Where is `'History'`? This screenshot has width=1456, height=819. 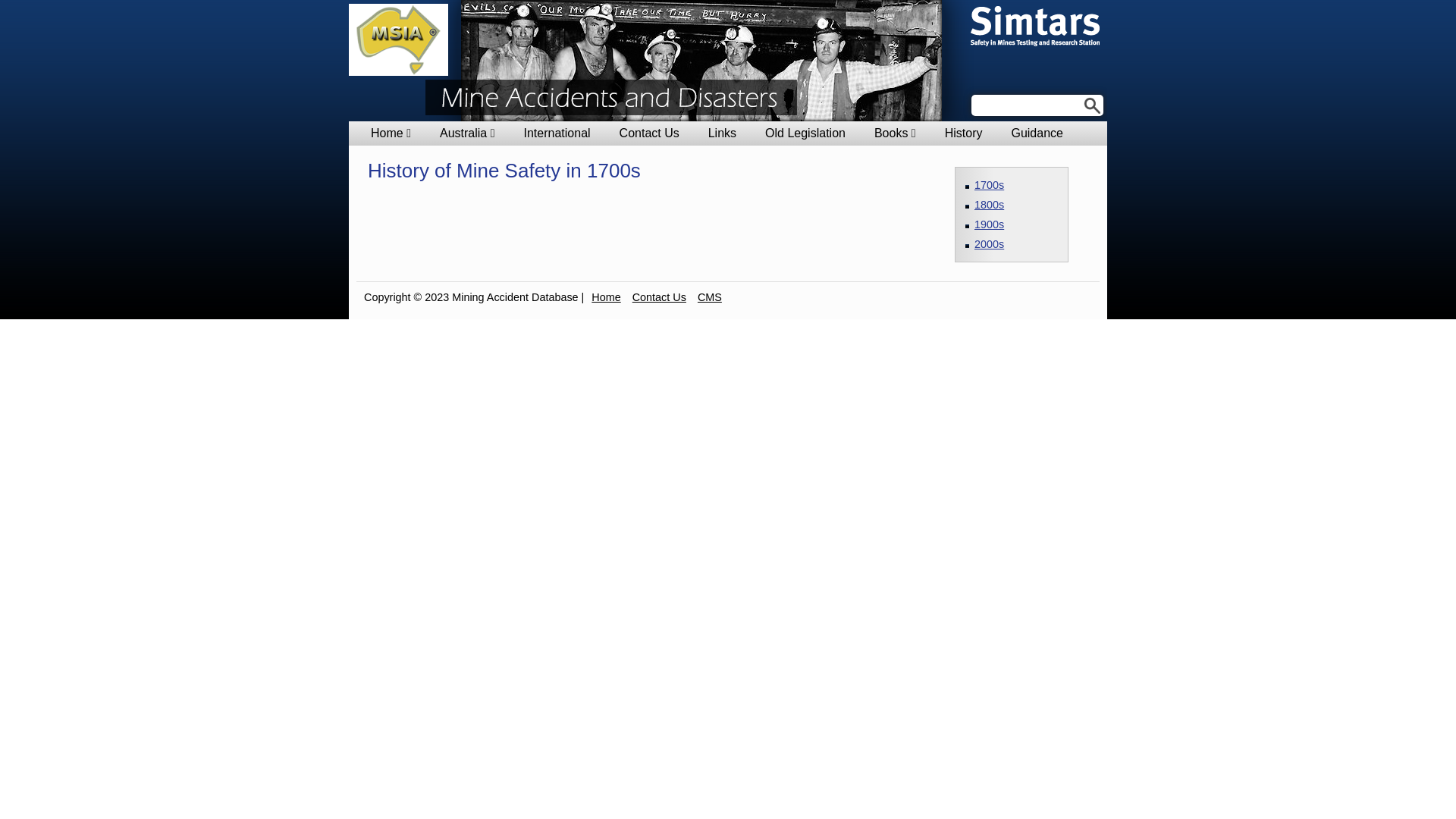
'History' is located at coordinates (944, 133).